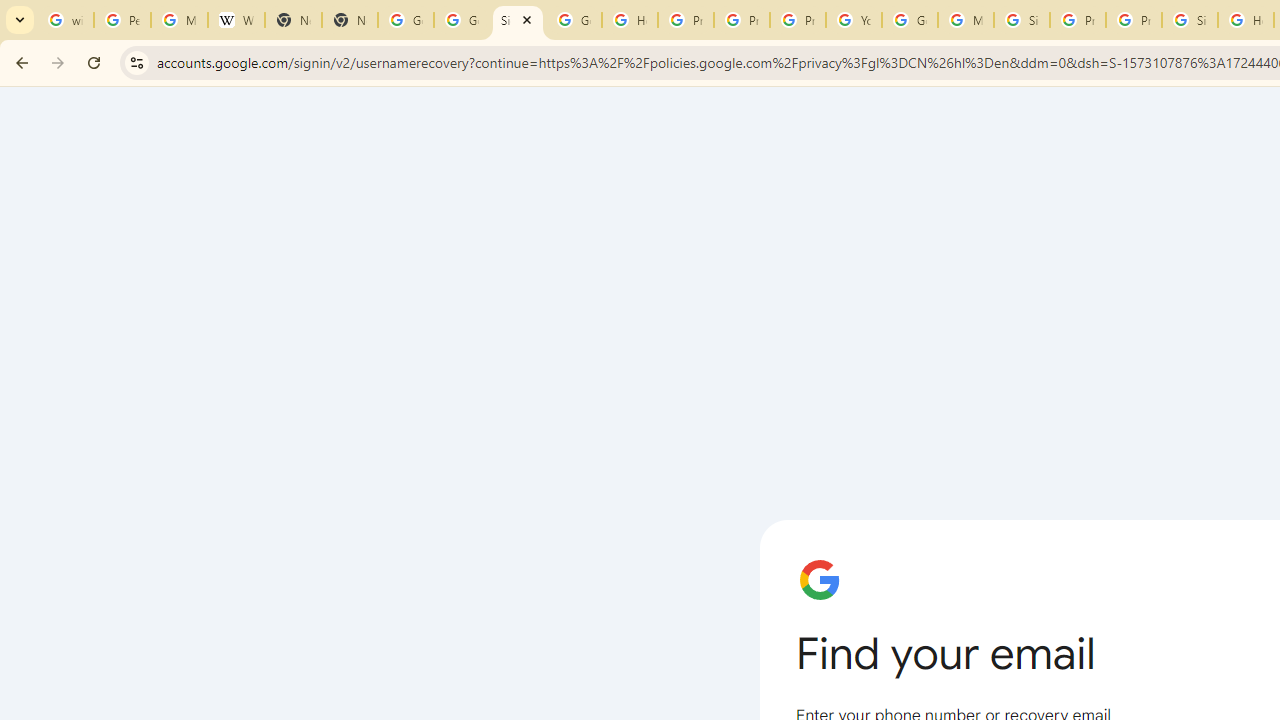 This screenshot has height=720, width=1280. What do you see at coordinates (853, 20) in the screenshot?
I see `'YouTube'` at bounding box center [853, 20].